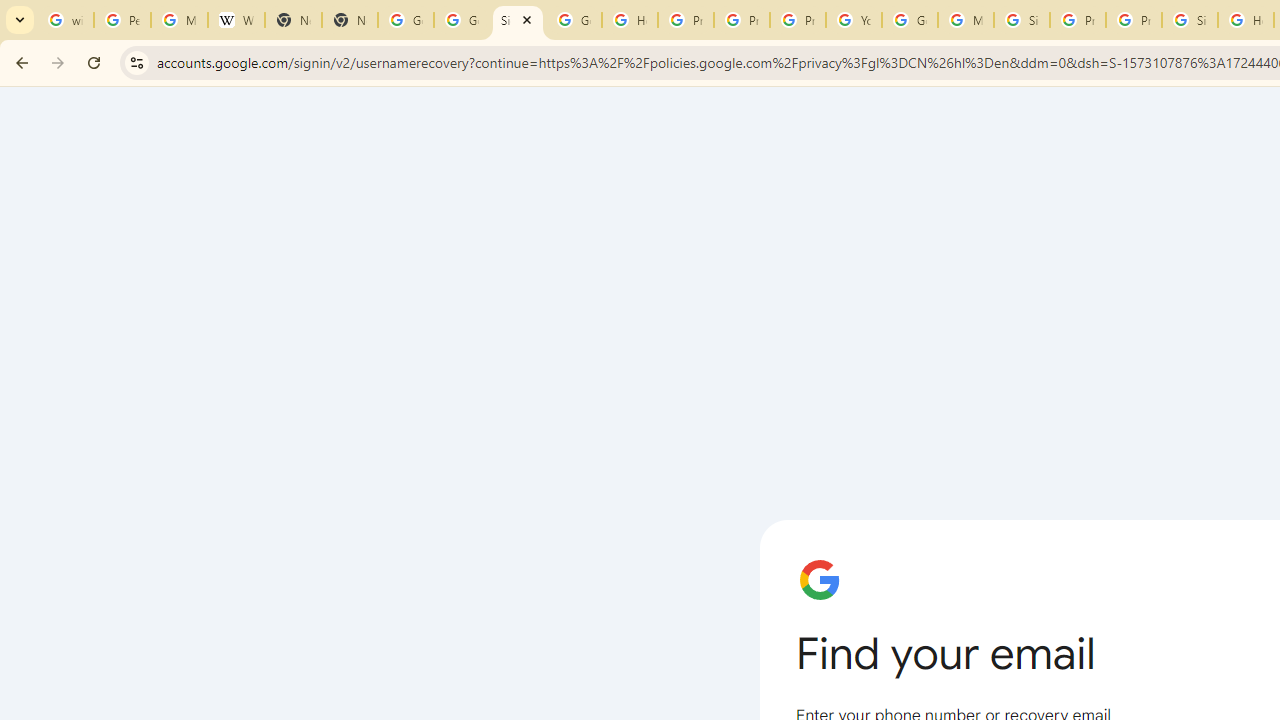 This screenshot has height=720, width=1280. What do you see at coordinates (853, 20) in the screenshot?
I see `'YouTube'` at bounding box center [853, 20].